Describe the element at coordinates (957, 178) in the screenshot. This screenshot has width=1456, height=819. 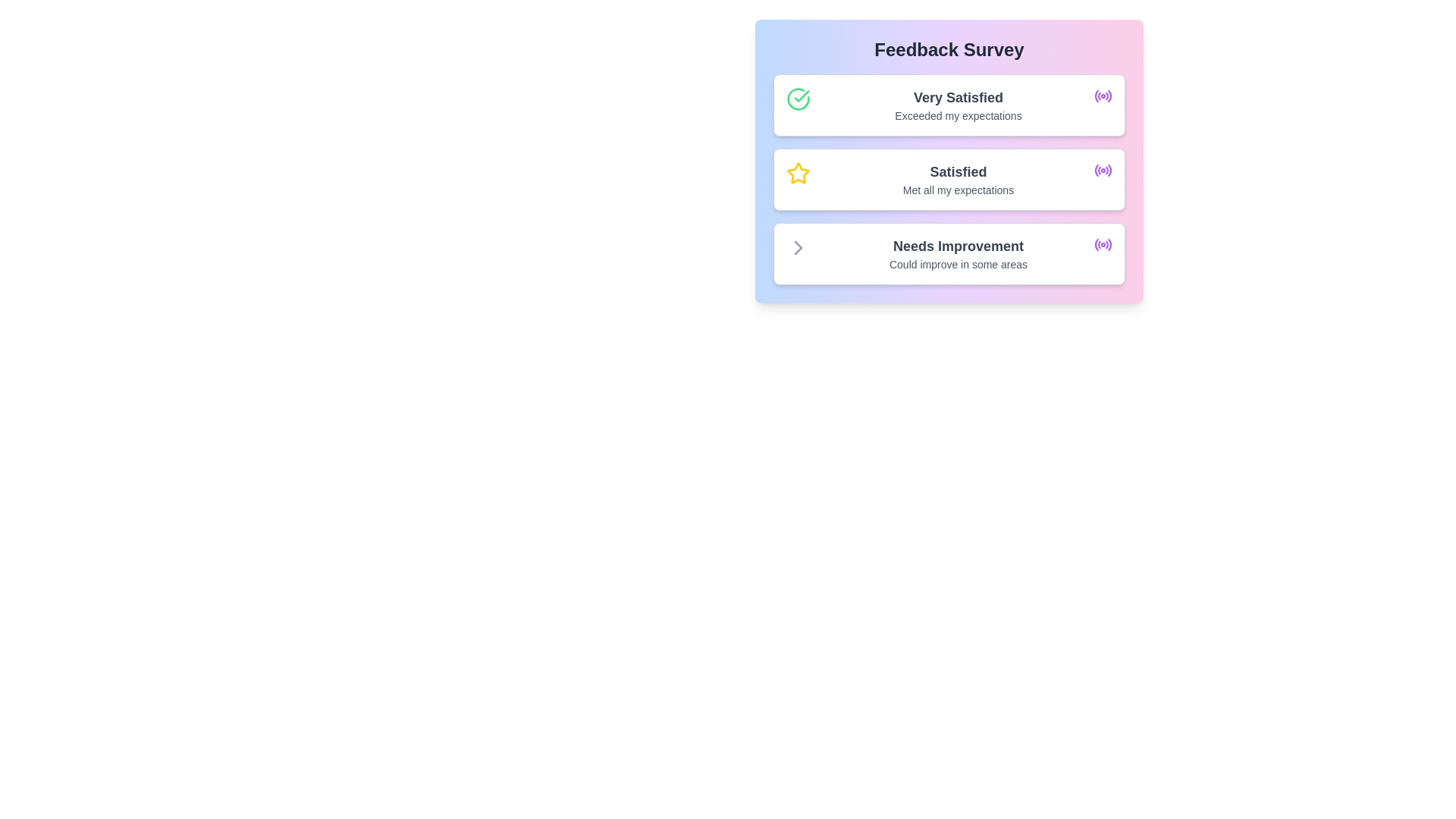
I see `the second feedback choice in the survey interface, which is located below the 'Very Satisfied' option and above the 'Needs Improvement' option` at that location.